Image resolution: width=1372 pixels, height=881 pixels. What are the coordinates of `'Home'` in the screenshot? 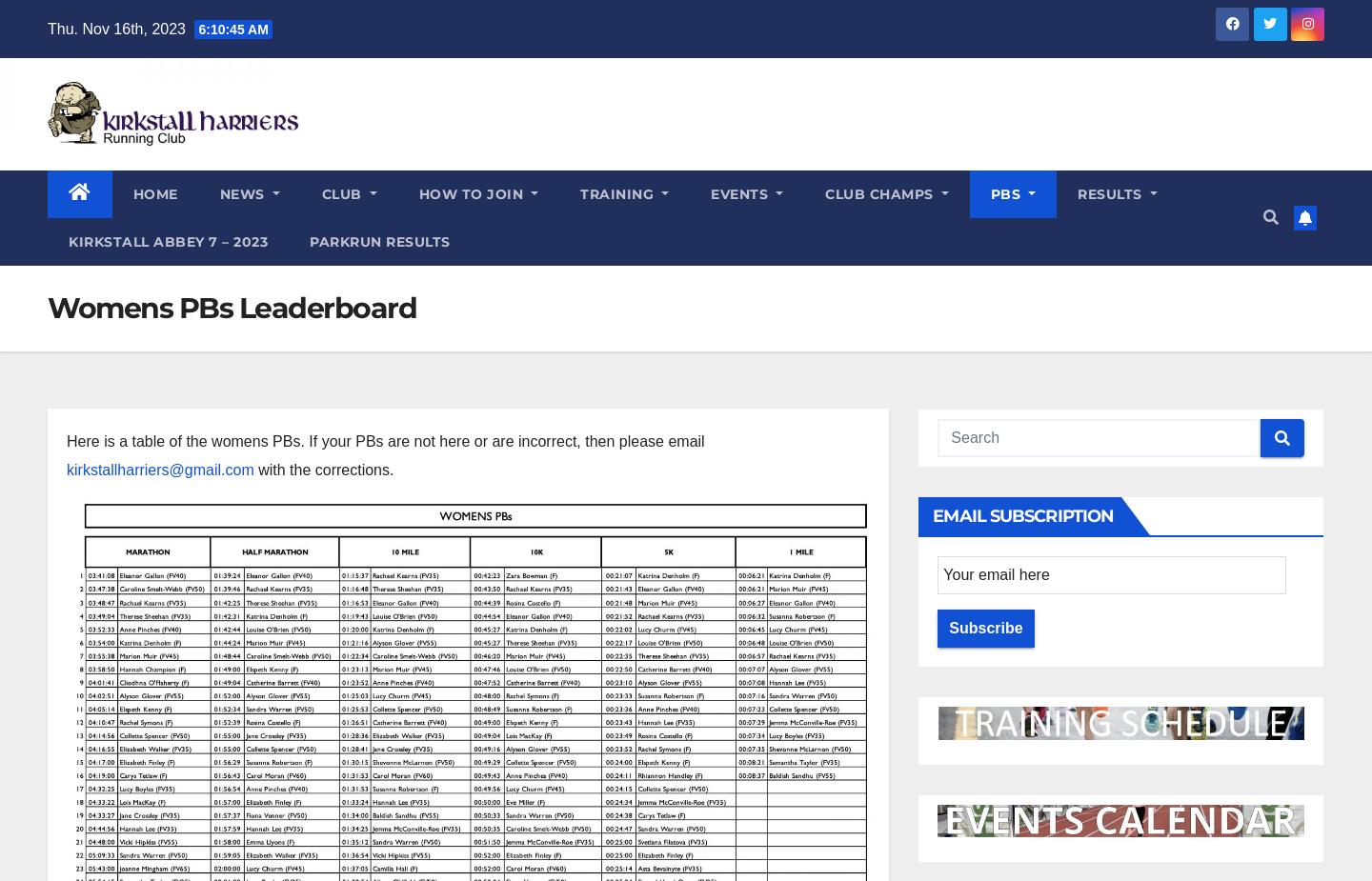 It's located at (153, 192).